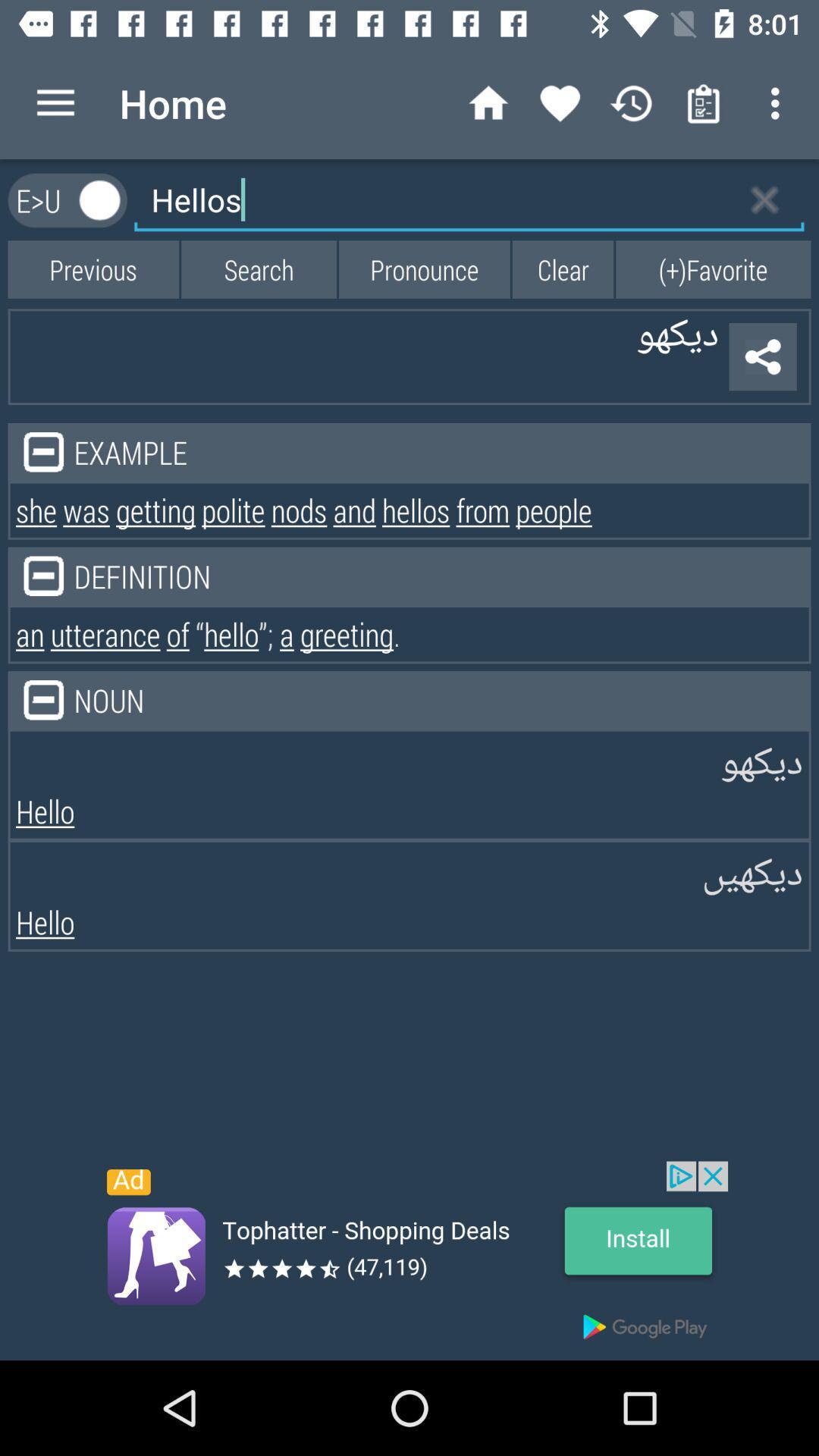 The width and height of the screenshot is (819, 1456). Describe the element at coordinates (563, 269) in the screenshot. I see `the button which is next to the pronounce` at that location.